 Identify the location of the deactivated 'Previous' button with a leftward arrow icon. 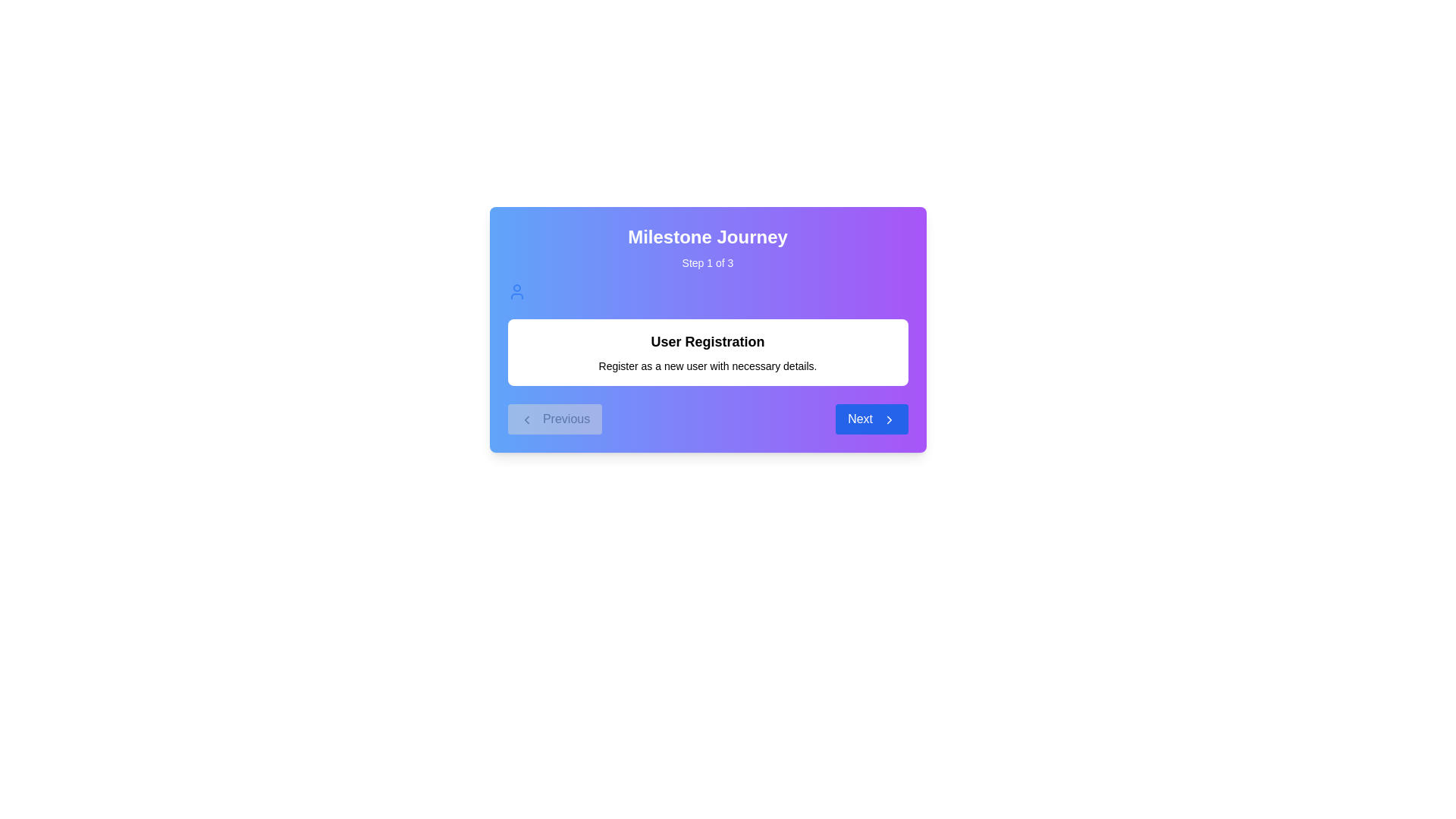
(554, 419).